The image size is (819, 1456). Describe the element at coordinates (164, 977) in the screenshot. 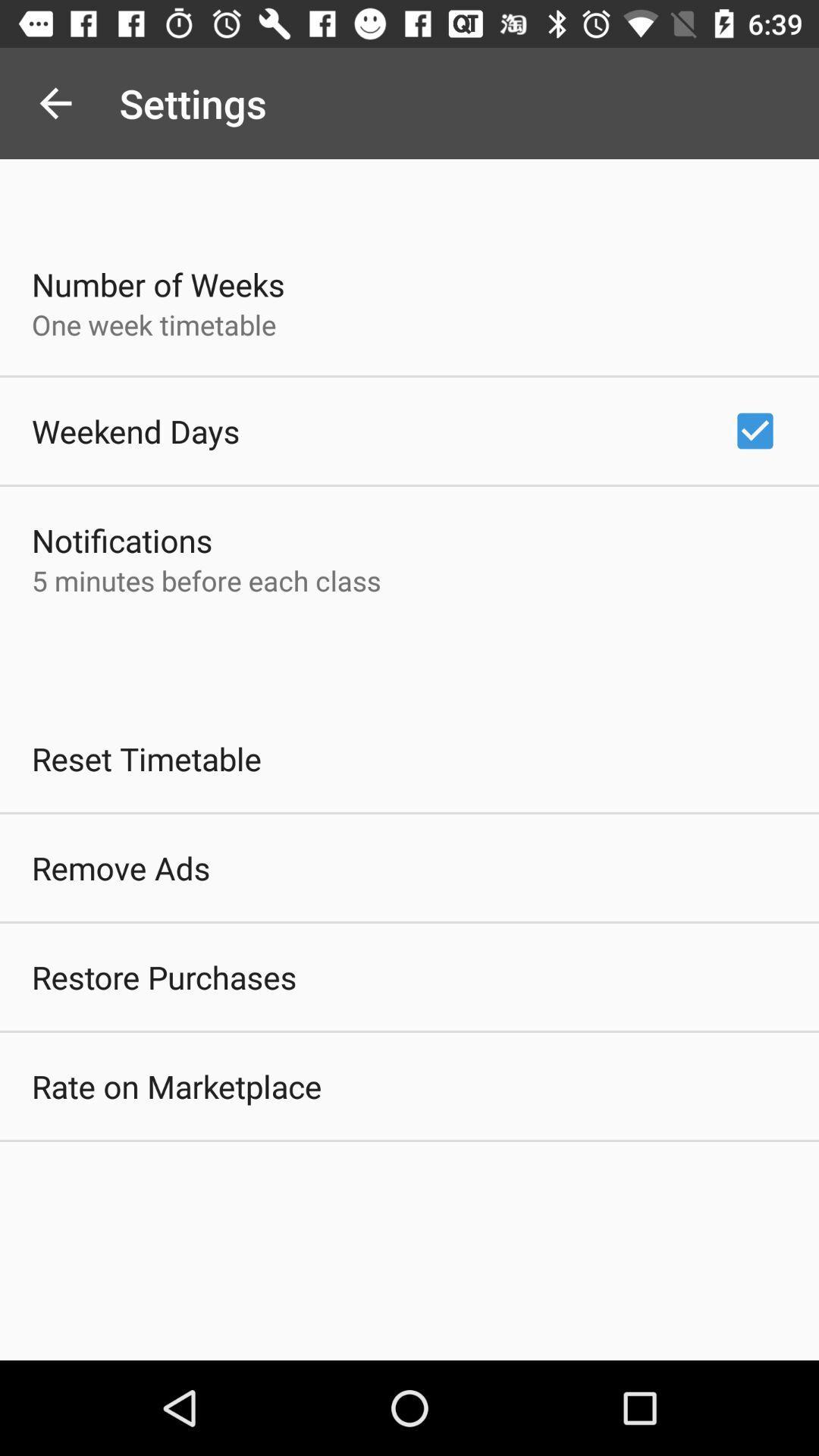

I see `restore purchases app` at that location.